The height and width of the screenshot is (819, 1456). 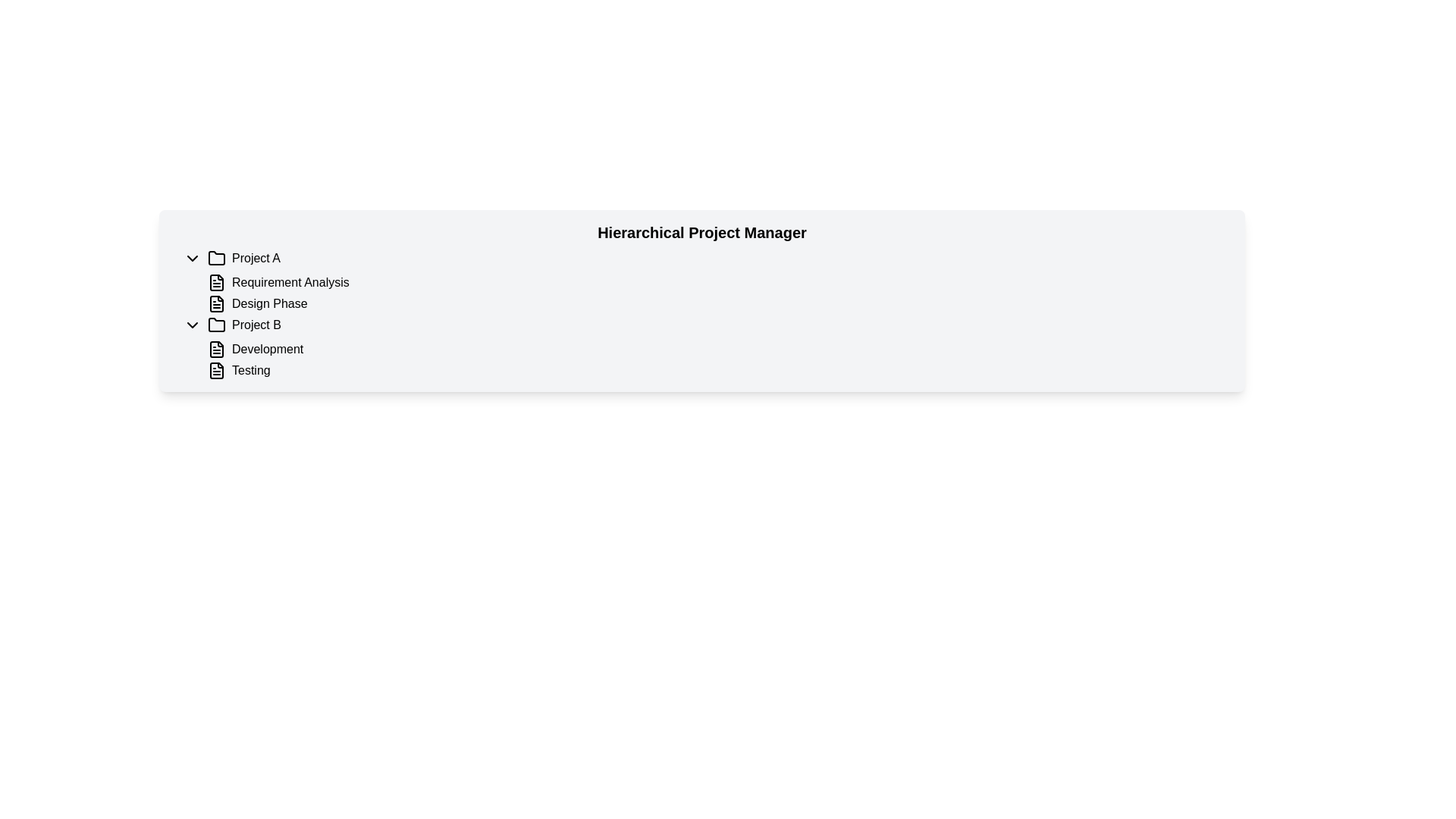 What do you see at coordinates (256, 324) in the screenshot?
I see `the text label displaying 'Project B' for navigation within the project management interface` at bounding box center [256, 324].